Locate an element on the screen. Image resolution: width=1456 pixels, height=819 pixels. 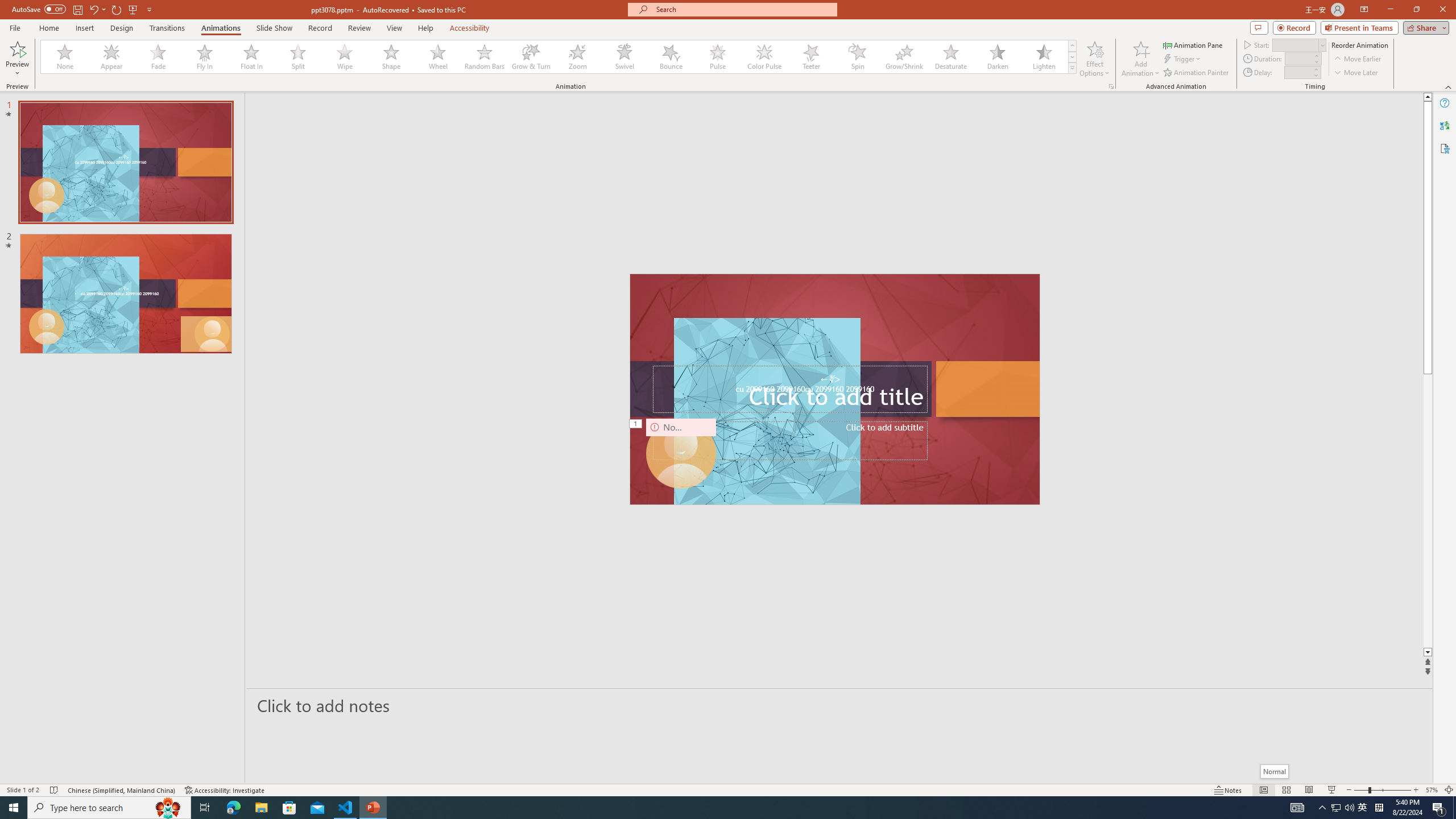
'Animation, sequence 1, on Camera 9' is located at coordinates (635, 424).